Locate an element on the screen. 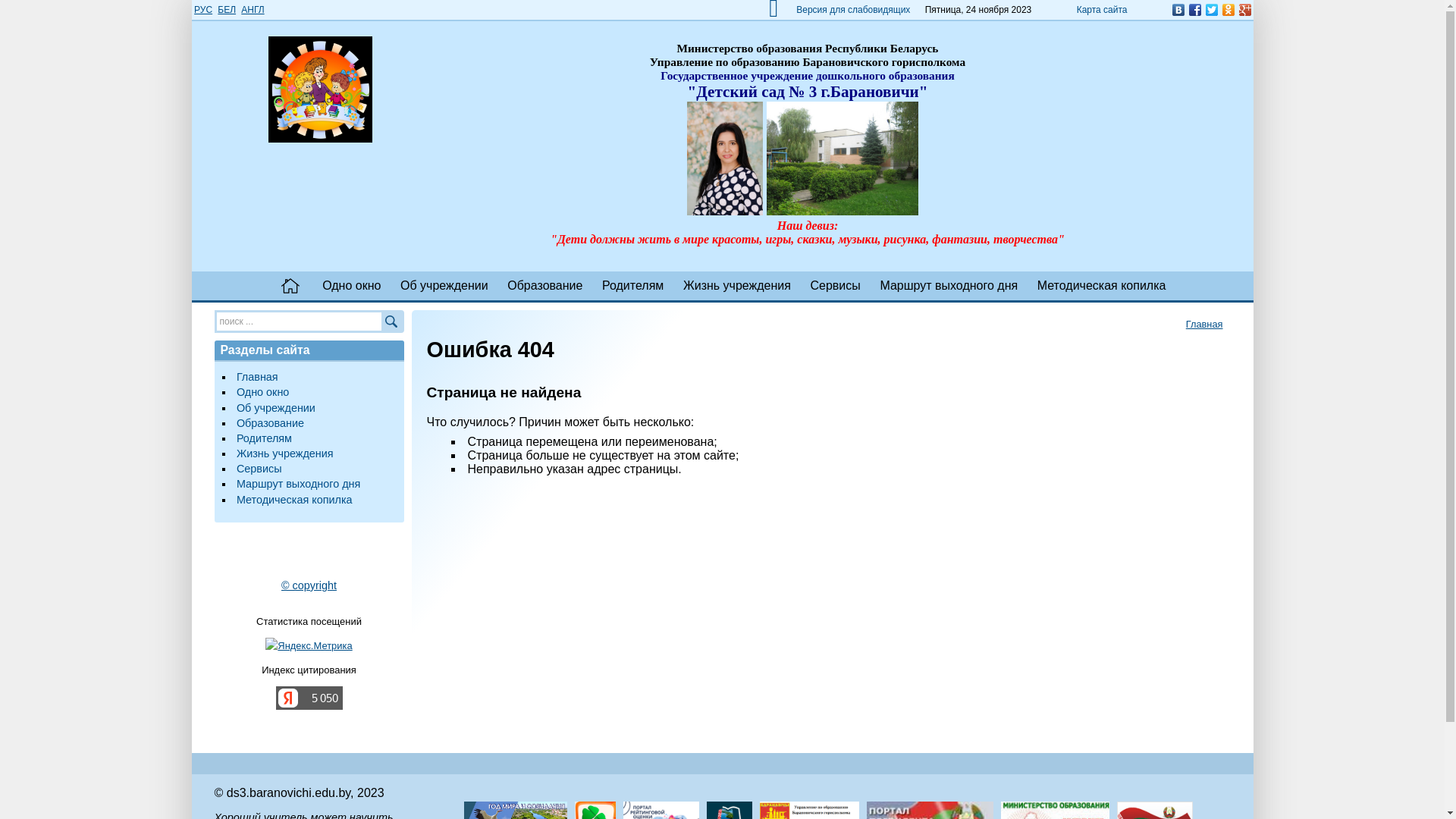 The image size is (1456, 819). 'Facebook' is located at coordinates (1193, 9).